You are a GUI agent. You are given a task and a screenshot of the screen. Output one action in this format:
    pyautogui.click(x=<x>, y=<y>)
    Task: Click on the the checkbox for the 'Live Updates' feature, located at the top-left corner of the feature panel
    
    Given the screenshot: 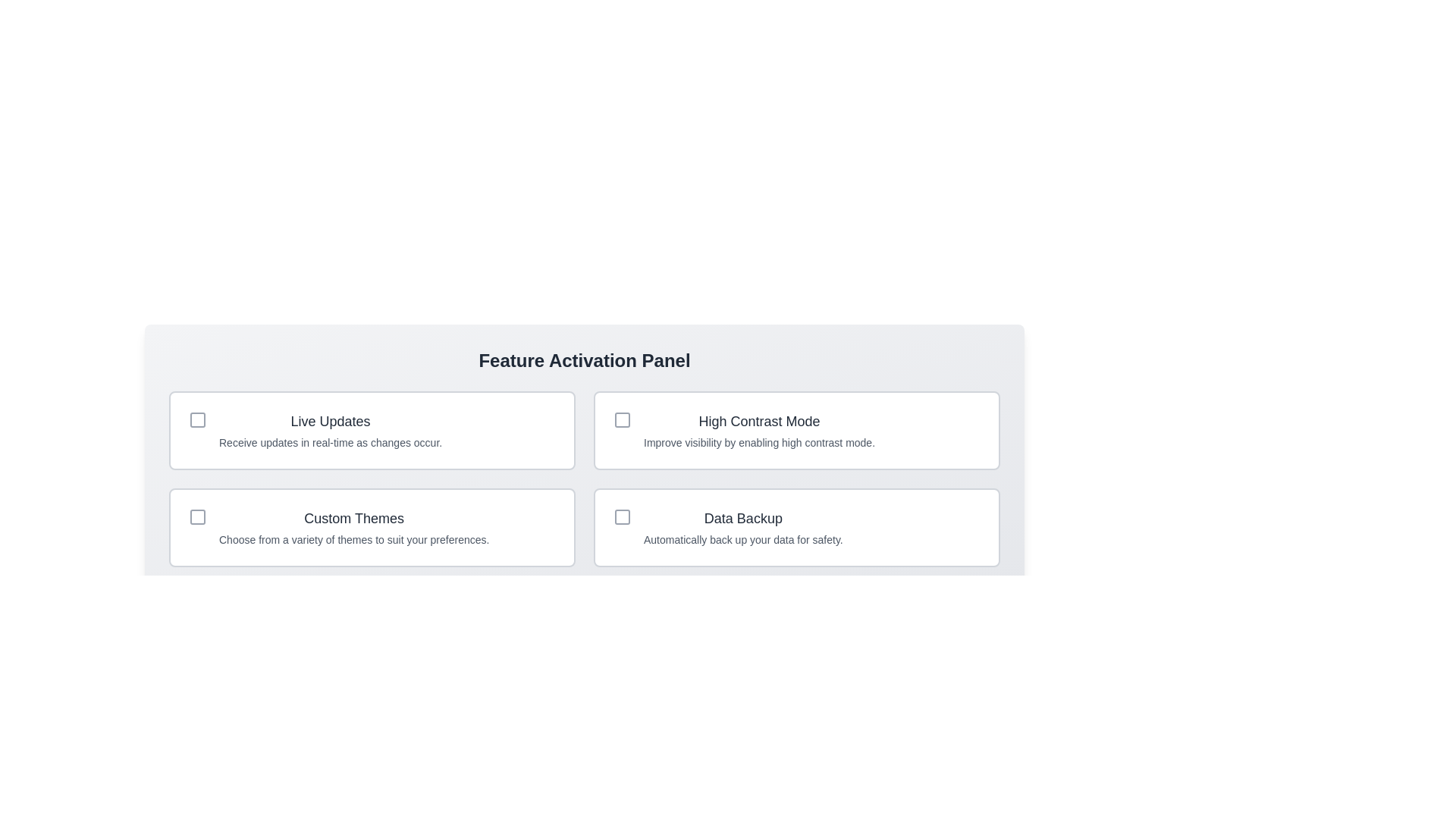 What is the action you would take?
    pyautogui.click(x=196, y=420)
    